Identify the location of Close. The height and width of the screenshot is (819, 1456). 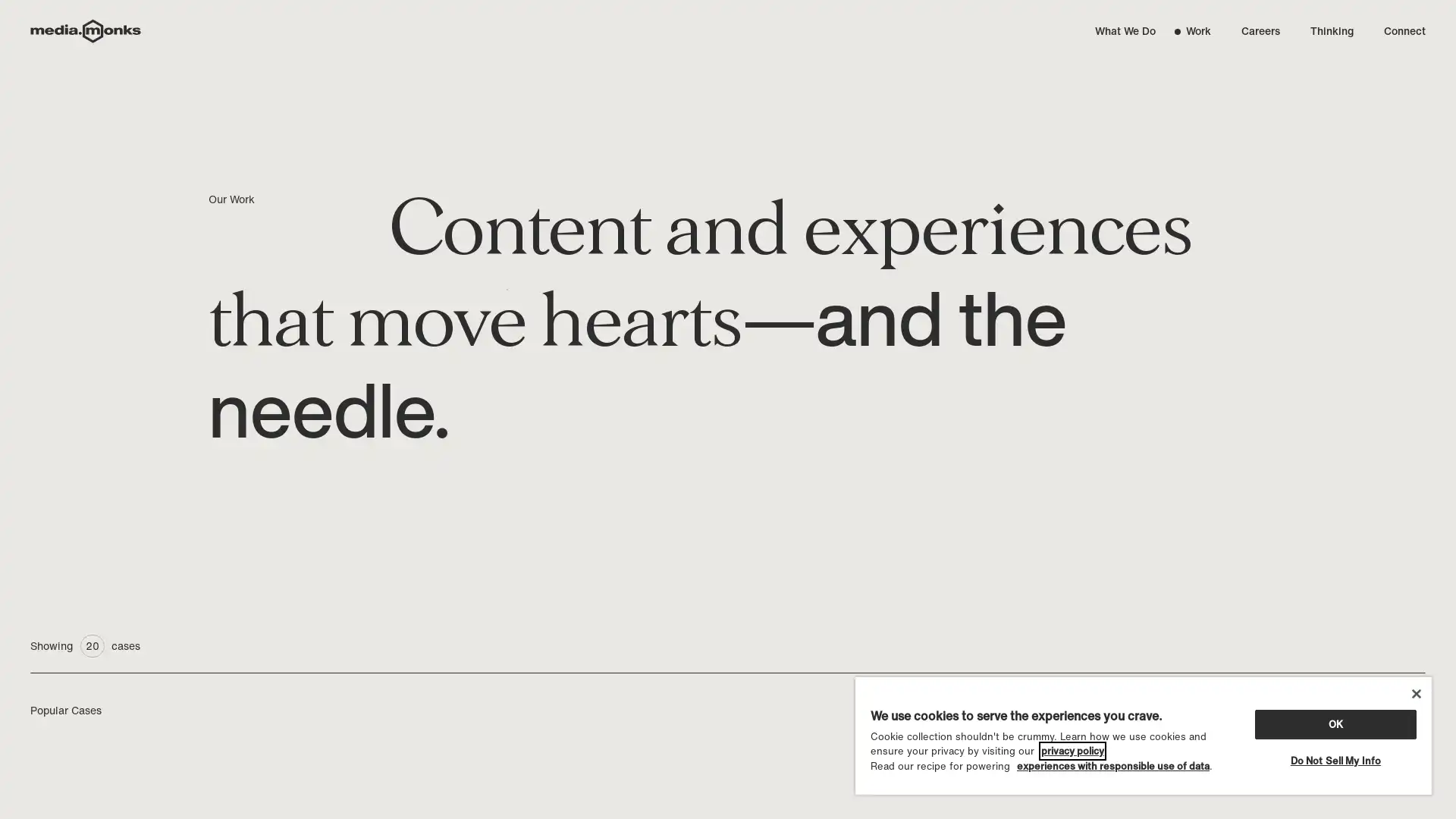
(1415, 693).